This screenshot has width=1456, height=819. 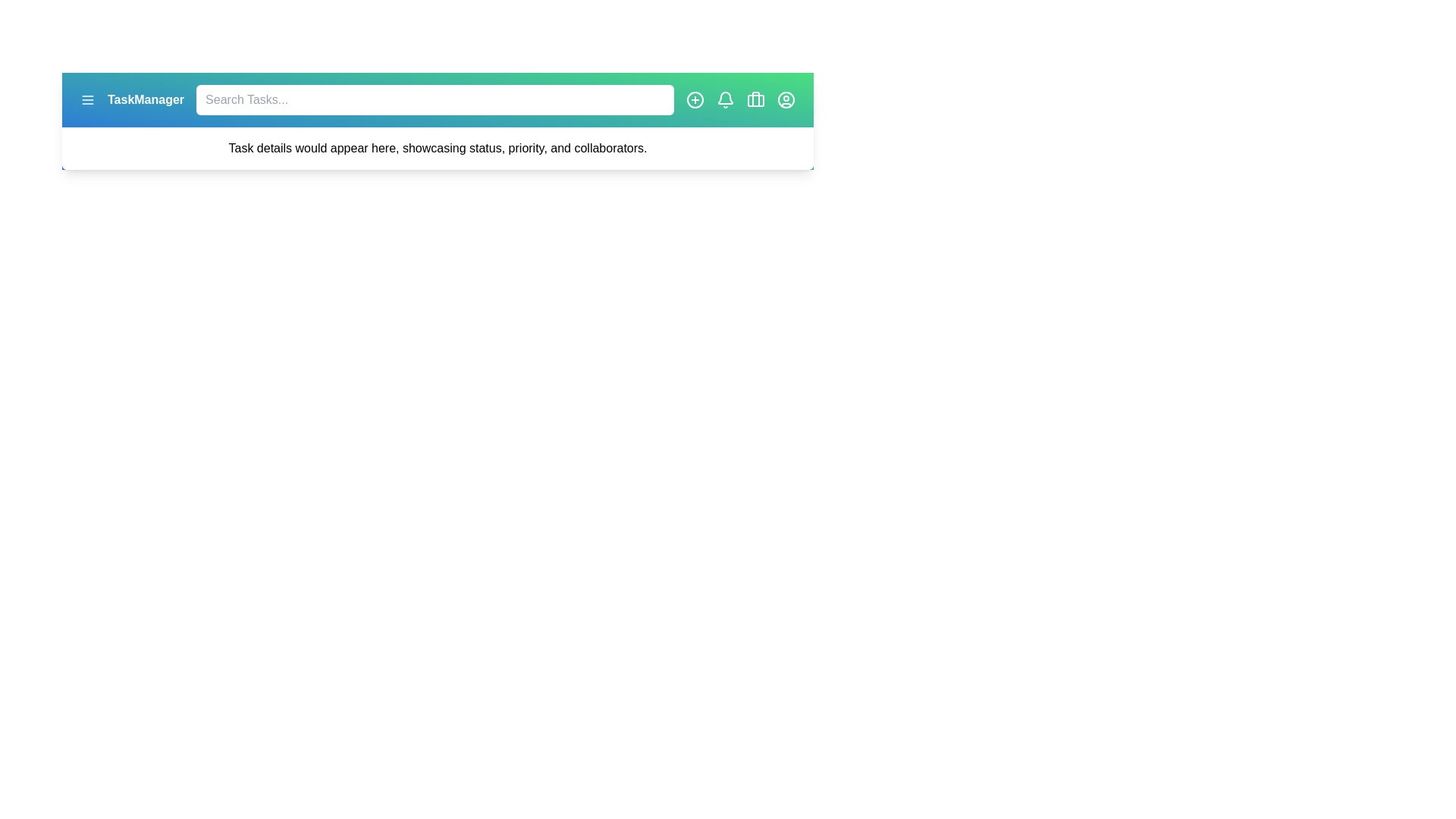 I want to click on the user profile icon to view the user profile, so click(x=786, y=99).